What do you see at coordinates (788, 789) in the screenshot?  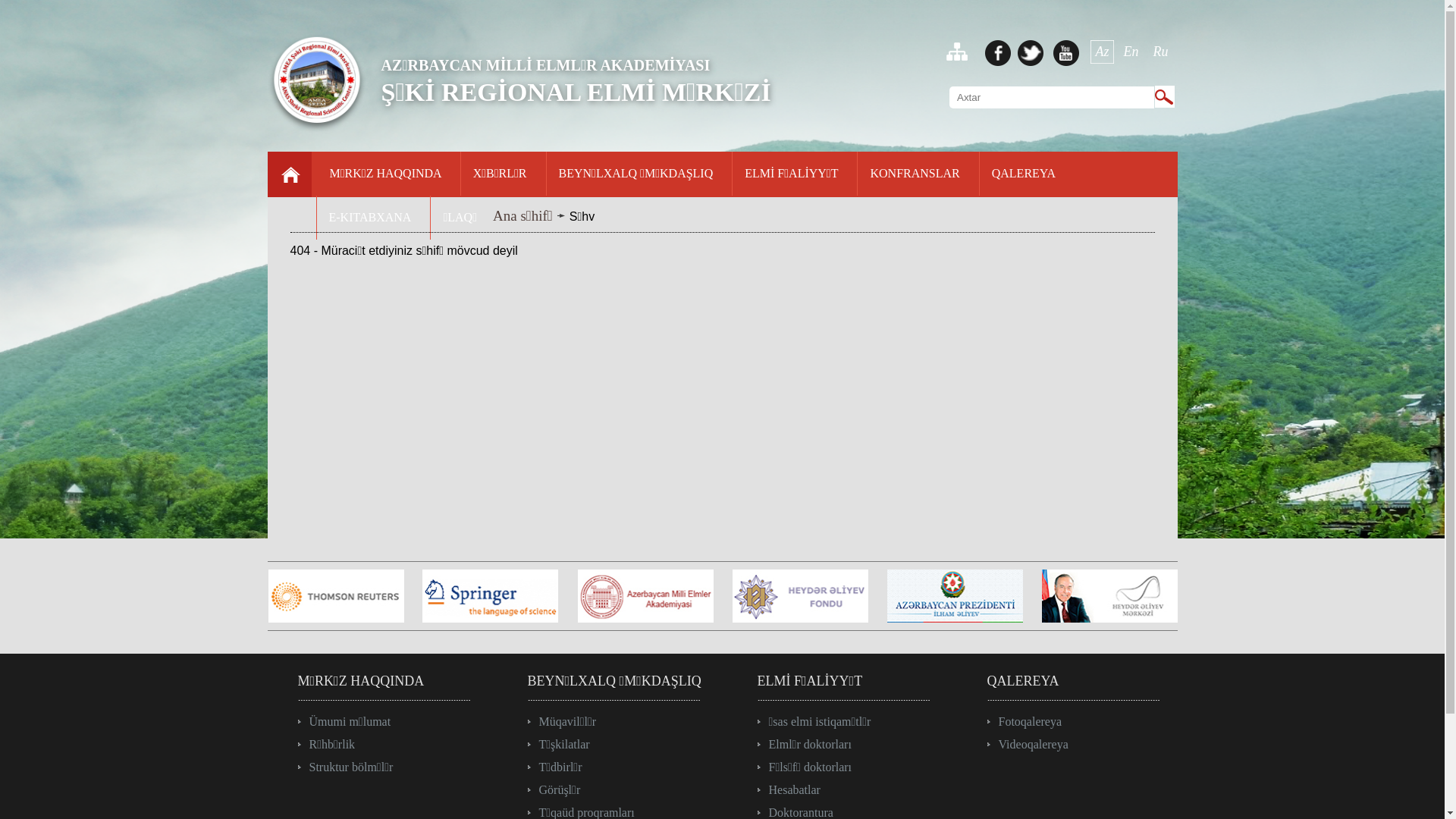 I see `'Hesabatlar'` at bounding box center [788, 789].